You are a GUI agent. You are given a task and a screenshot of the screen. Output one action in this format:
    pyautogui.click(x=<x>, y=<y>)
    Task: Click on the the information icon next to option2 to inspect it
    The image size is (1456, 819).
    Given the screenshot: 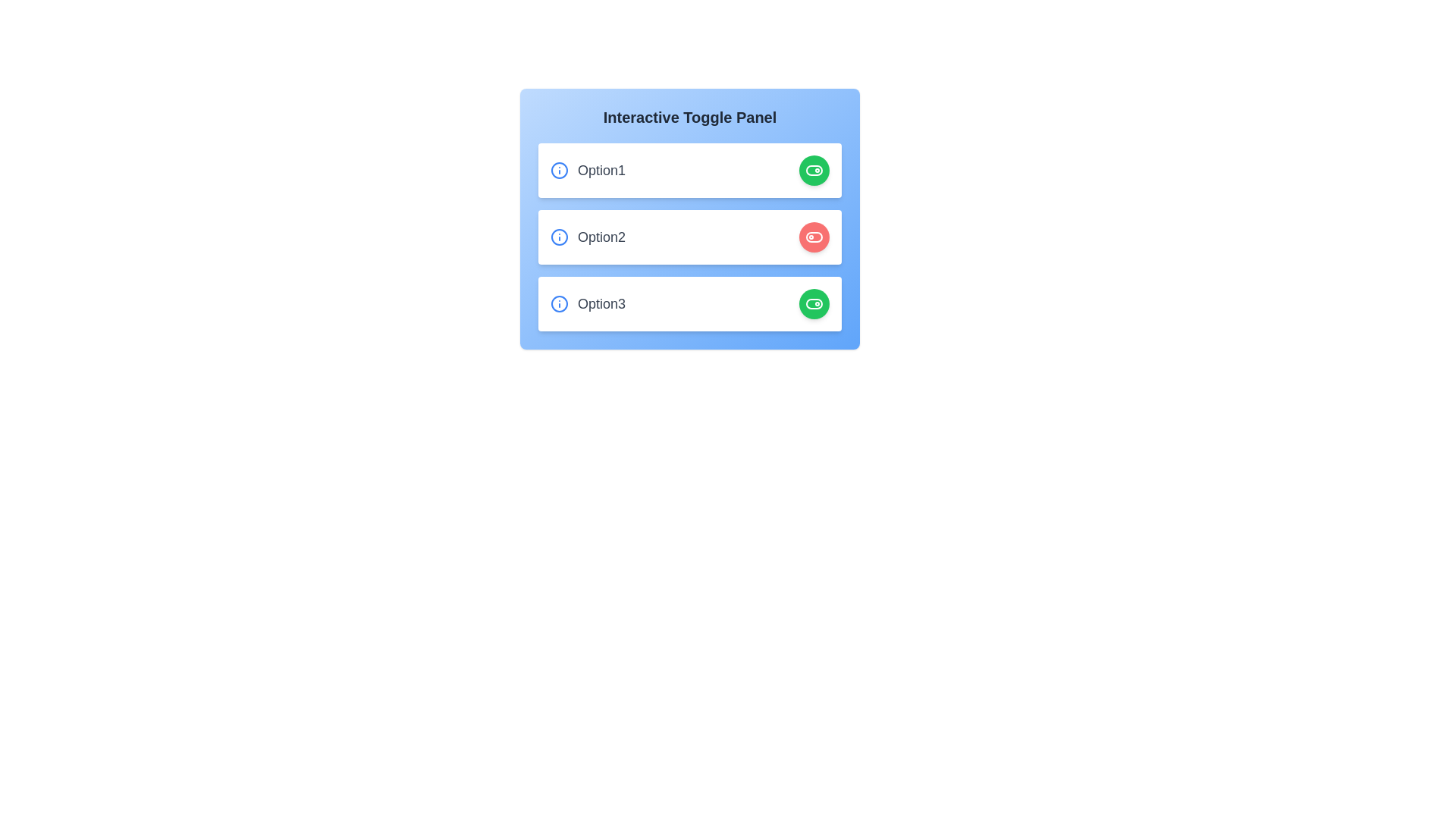 What is the action you would take?
    pyautogui.click(x=559, y=237)
    